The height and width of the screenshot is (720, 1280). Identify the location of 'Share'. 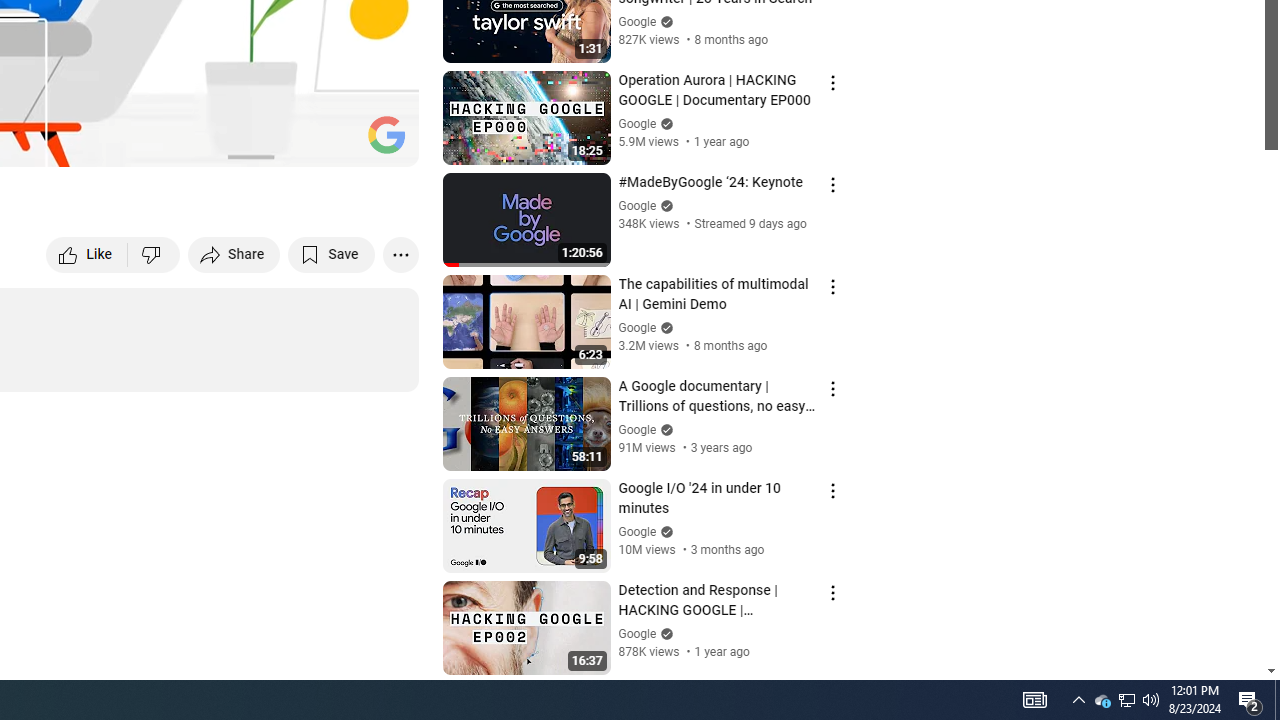
(234, 253).